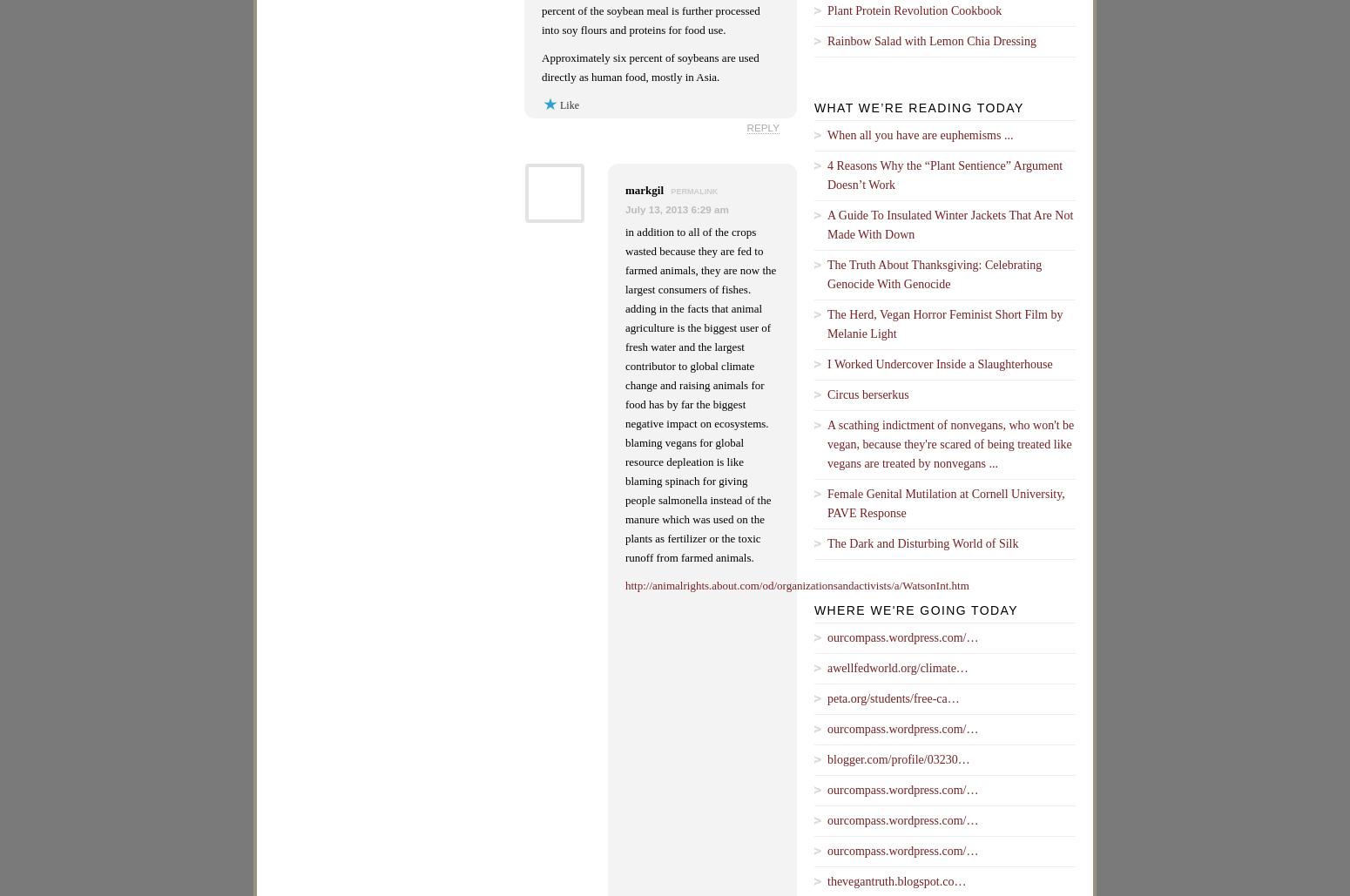 The height and width of the screenshot is (896, 1350). What do you see at coordinates (945, 322) in the screenshot?
I see `'The Herd, Vegan Horror Feminist Short Film by Melanie Light'` at bounding box center [945, 322].